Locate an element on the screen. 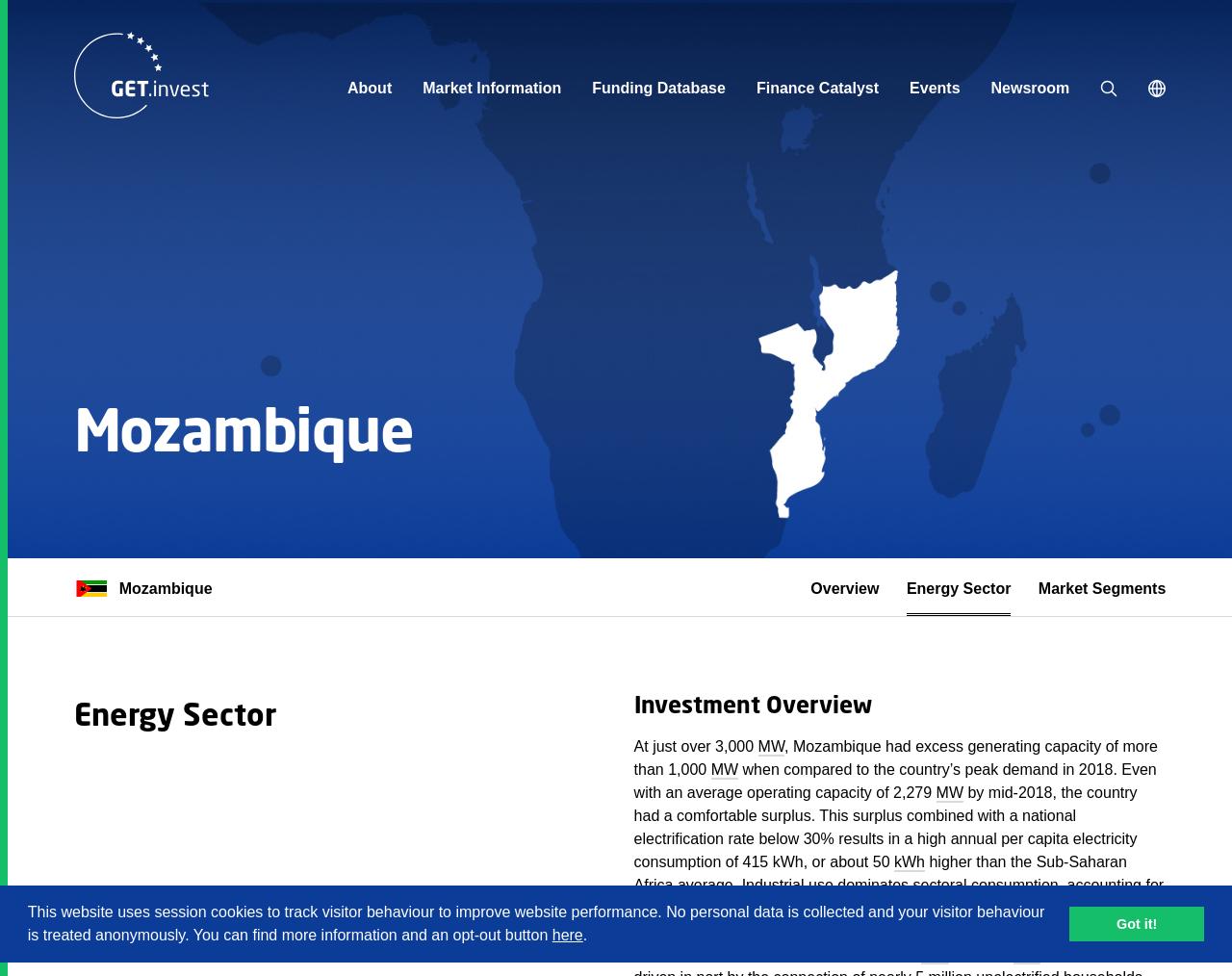 The image size is (1232, 976). 'Investment Overview' is located at coordinates (751, 706).